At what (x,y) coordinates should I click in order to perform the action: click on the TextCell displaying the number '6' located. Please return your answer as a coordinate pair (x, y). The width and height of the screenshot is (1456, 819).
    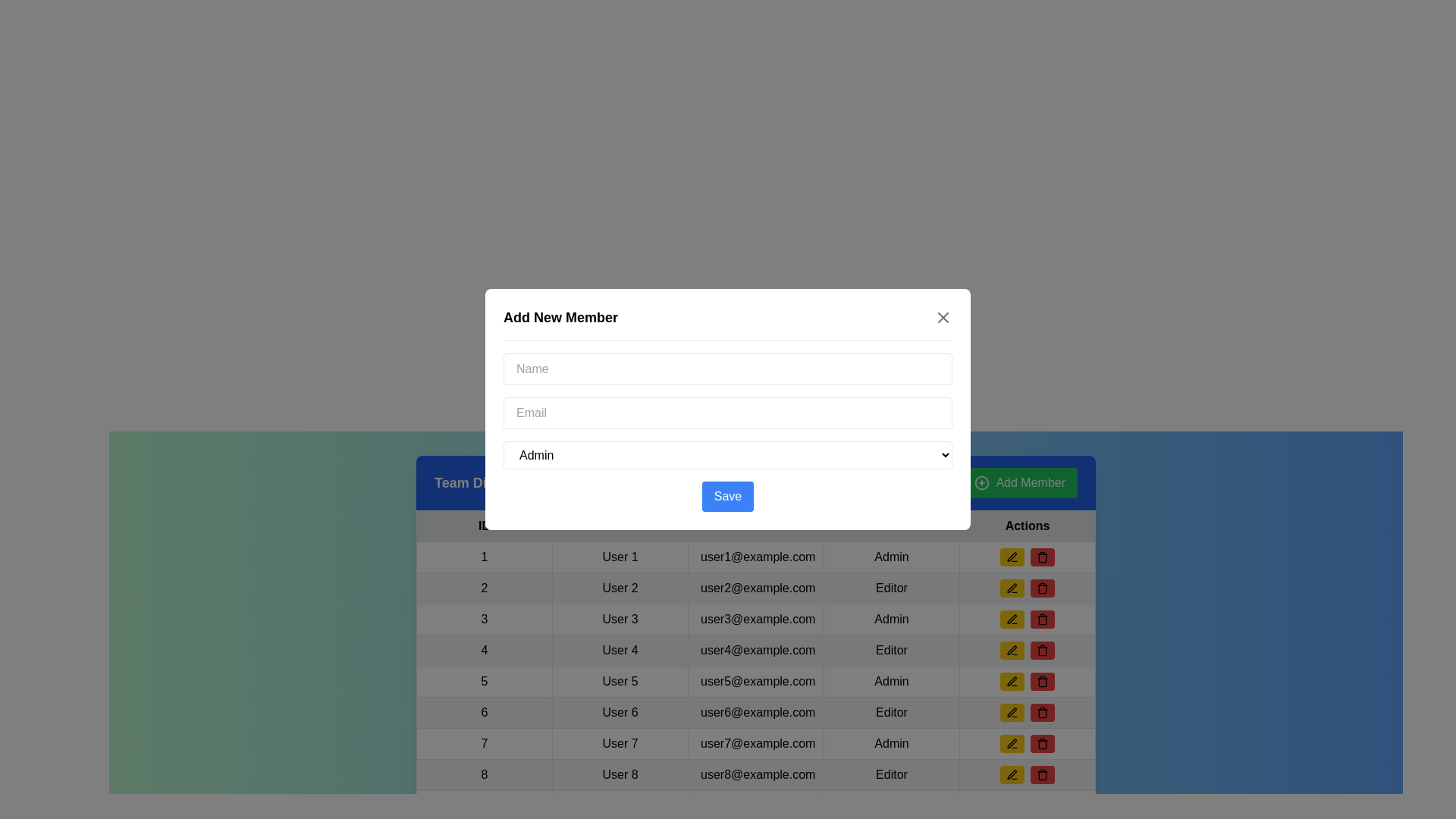
    Looking at the image, I should click on (483, 713).